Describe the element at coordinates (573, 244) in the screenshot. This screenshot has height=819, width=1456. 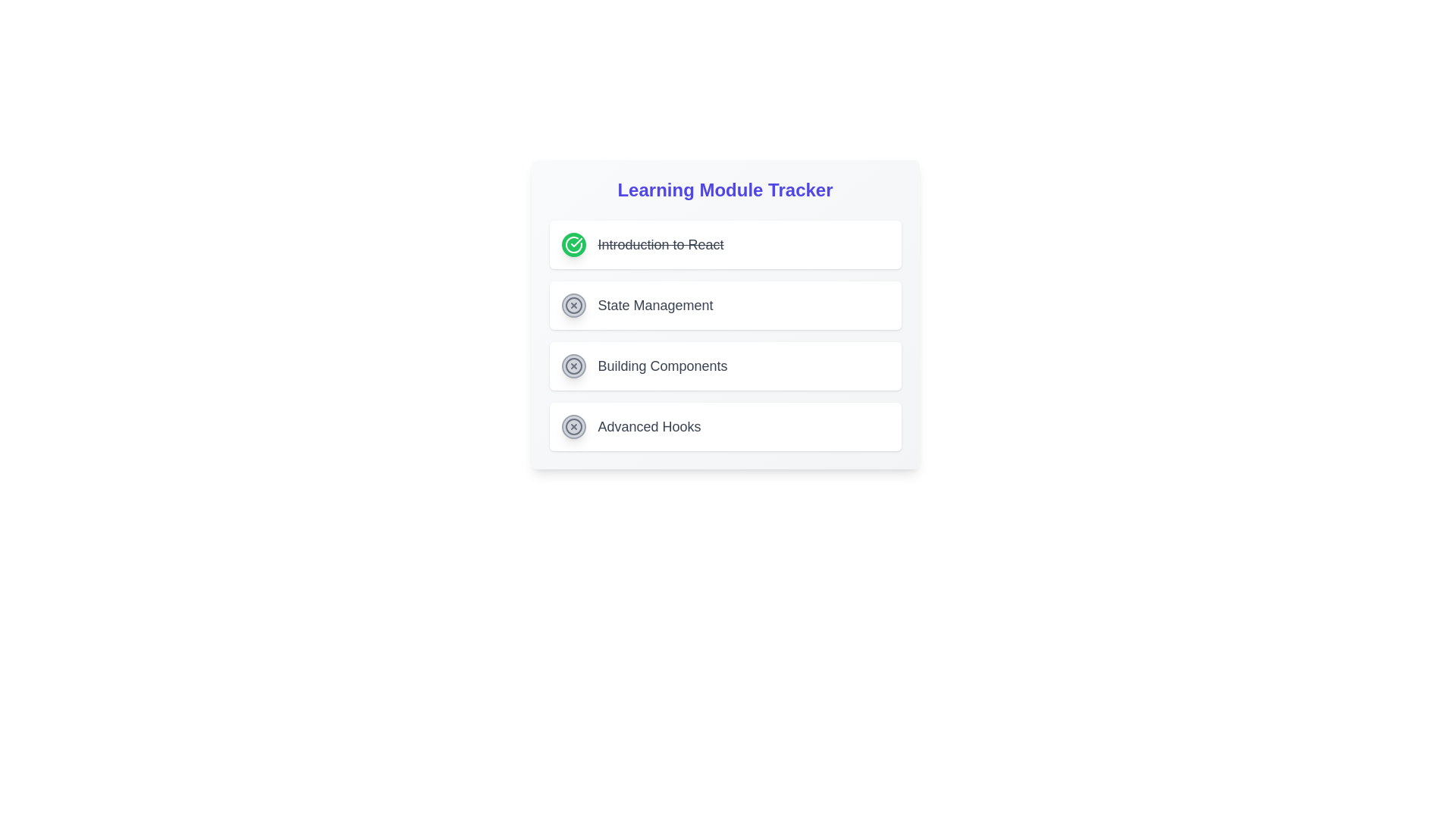
I see `the circular button with a green background and a white checkmark icon, located to the left of the 'Introduction to React' text in the 'Learning Module Tracker' list` at that location.